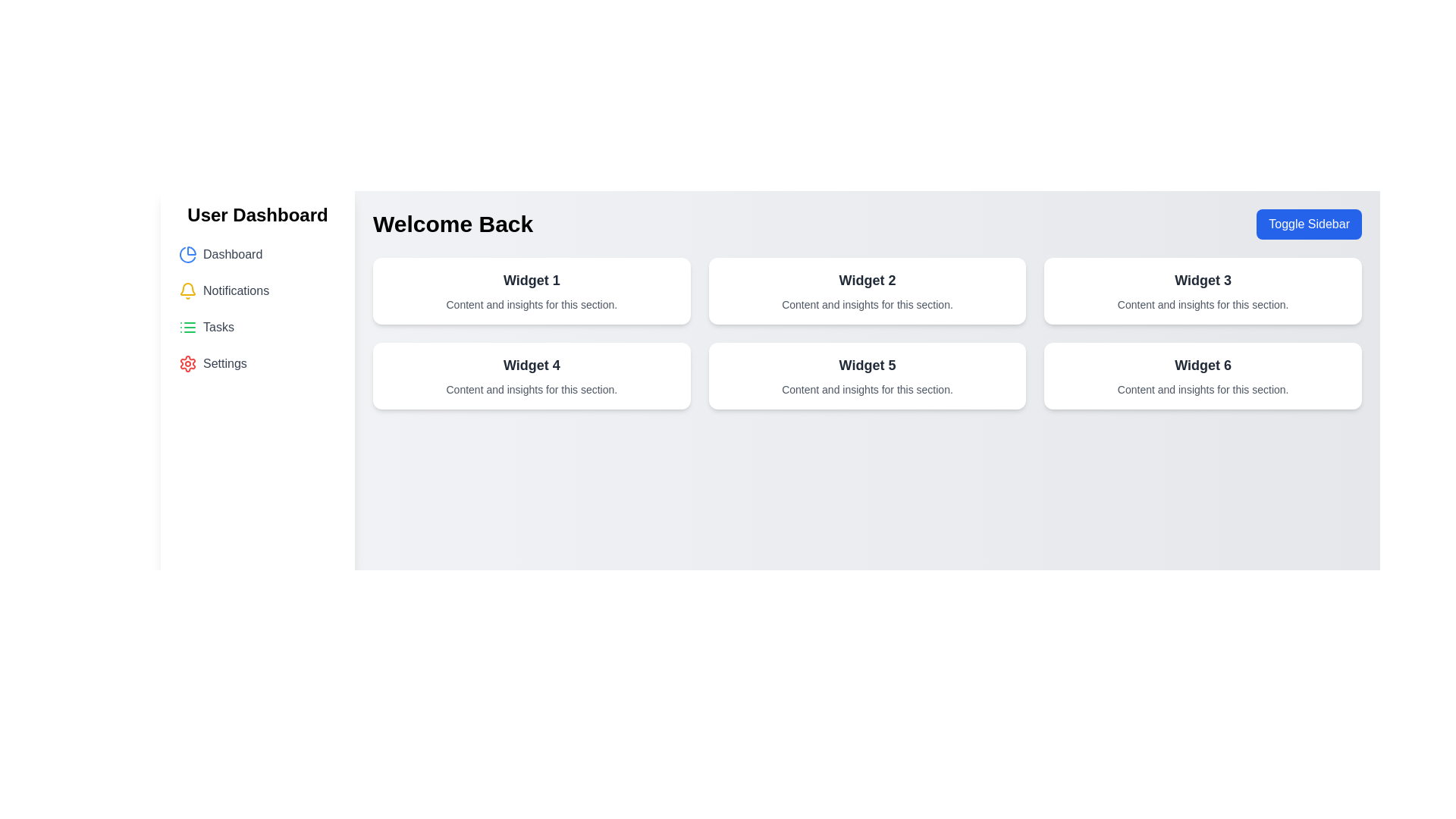 This screenshot has height=819, width=1456. What do you see at coordinates (867, 375) in the screenshot?
I see `the Card located at the bottom-right corner of the leftmost three-column group in the second row` at bounding box center [867, 375].